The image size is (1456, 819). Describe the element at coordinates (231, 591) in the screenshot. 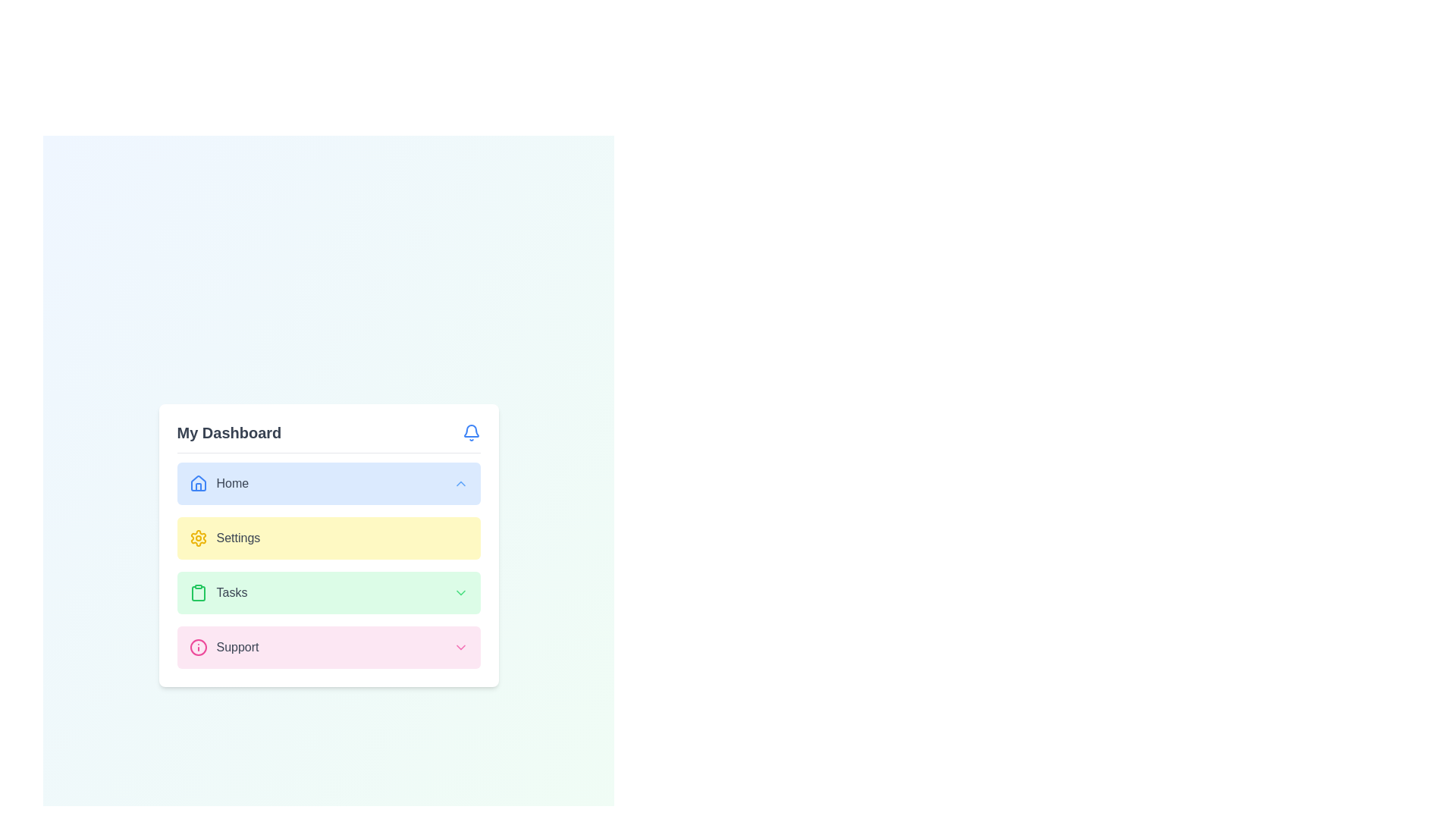

I see `the 'Tasks' text label, which is styled with a medium font weight and gray color, located in the light green section of the UI` at that location.